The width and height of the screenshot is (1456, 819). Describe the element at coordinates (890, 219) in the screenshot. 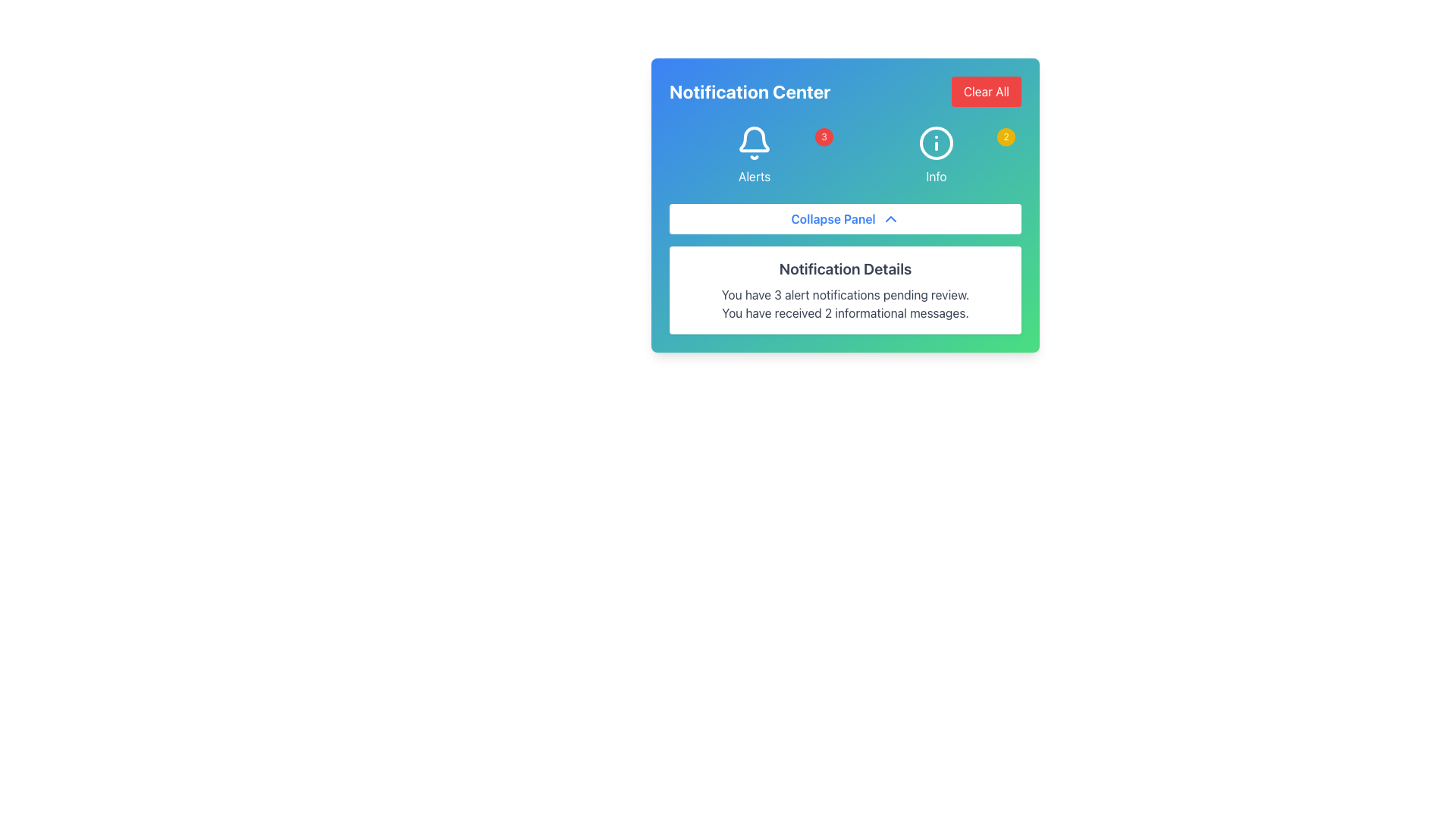

I see `the upward-pointing blue chevron icon located to the right of the 'Collapse Panel' text to receive visual feedback` at that location.